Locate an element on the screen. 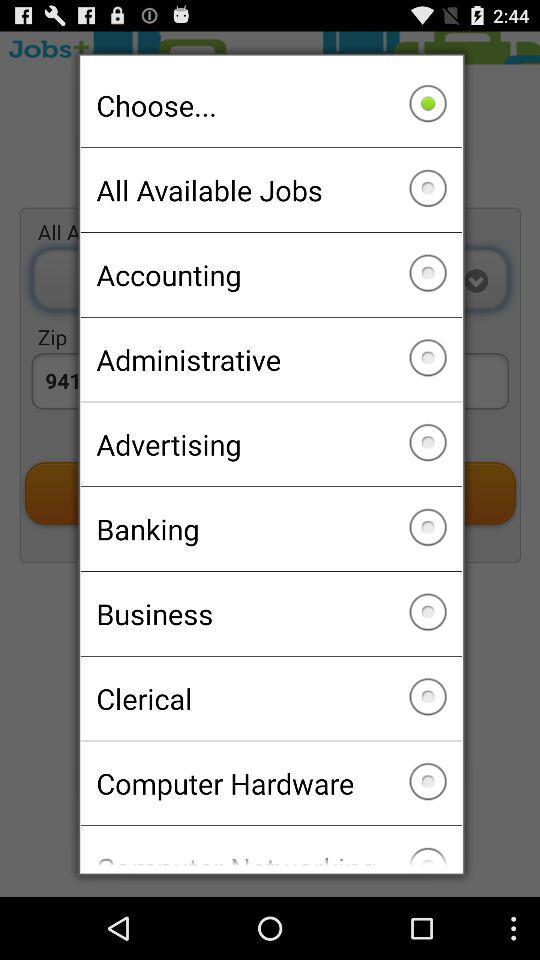 The image size is (540, 960). the item above the clerical icon is located at coordinates (270, 612).